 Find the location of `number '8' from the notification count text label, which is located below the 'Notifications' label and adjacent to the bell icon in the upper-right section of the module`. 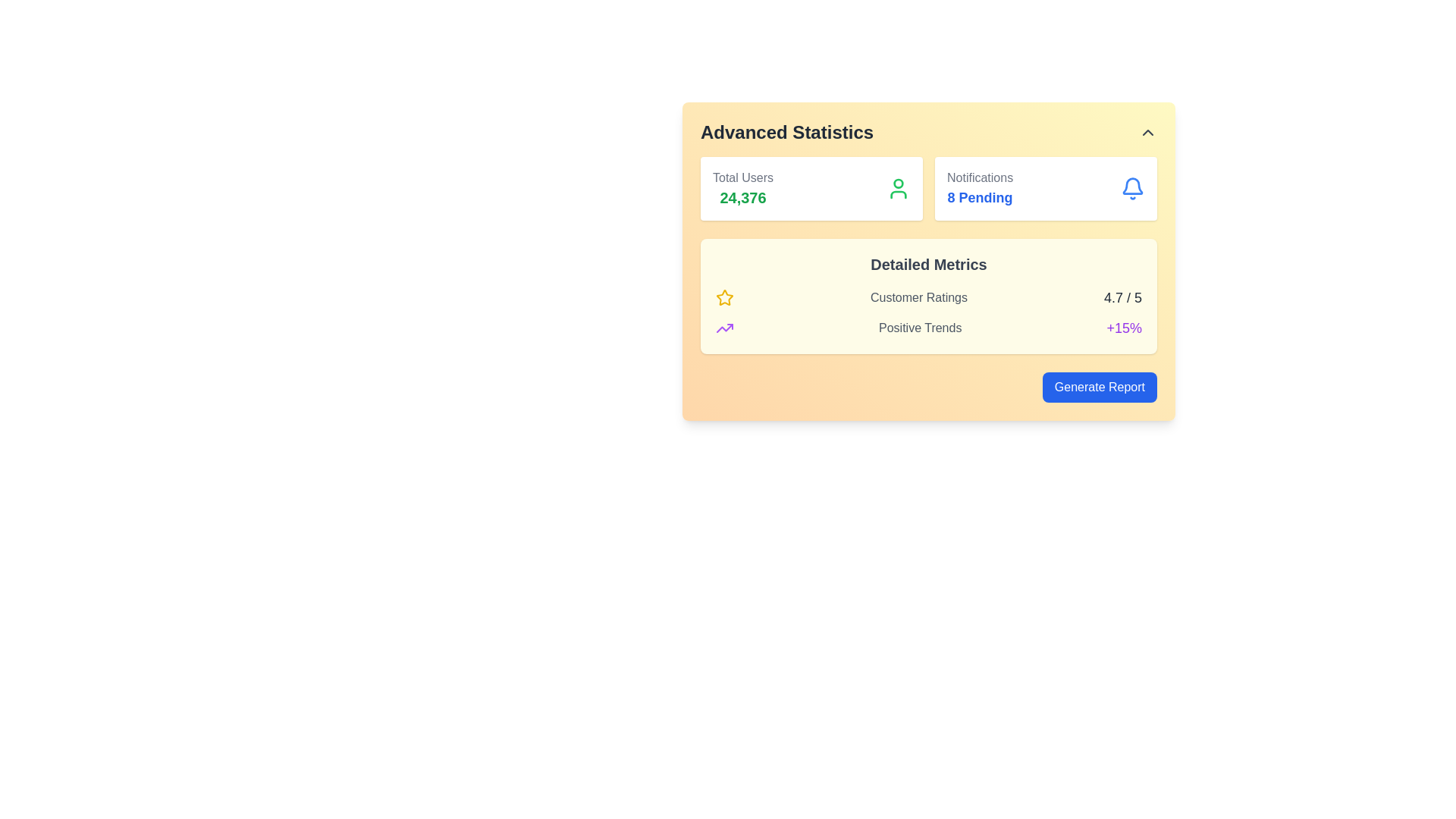

number '8' from the notification count text label, which is located below the 'Notifications' label and adjacent to the bell icon in the upper-right section of the module is located at coordinates (980, 197).